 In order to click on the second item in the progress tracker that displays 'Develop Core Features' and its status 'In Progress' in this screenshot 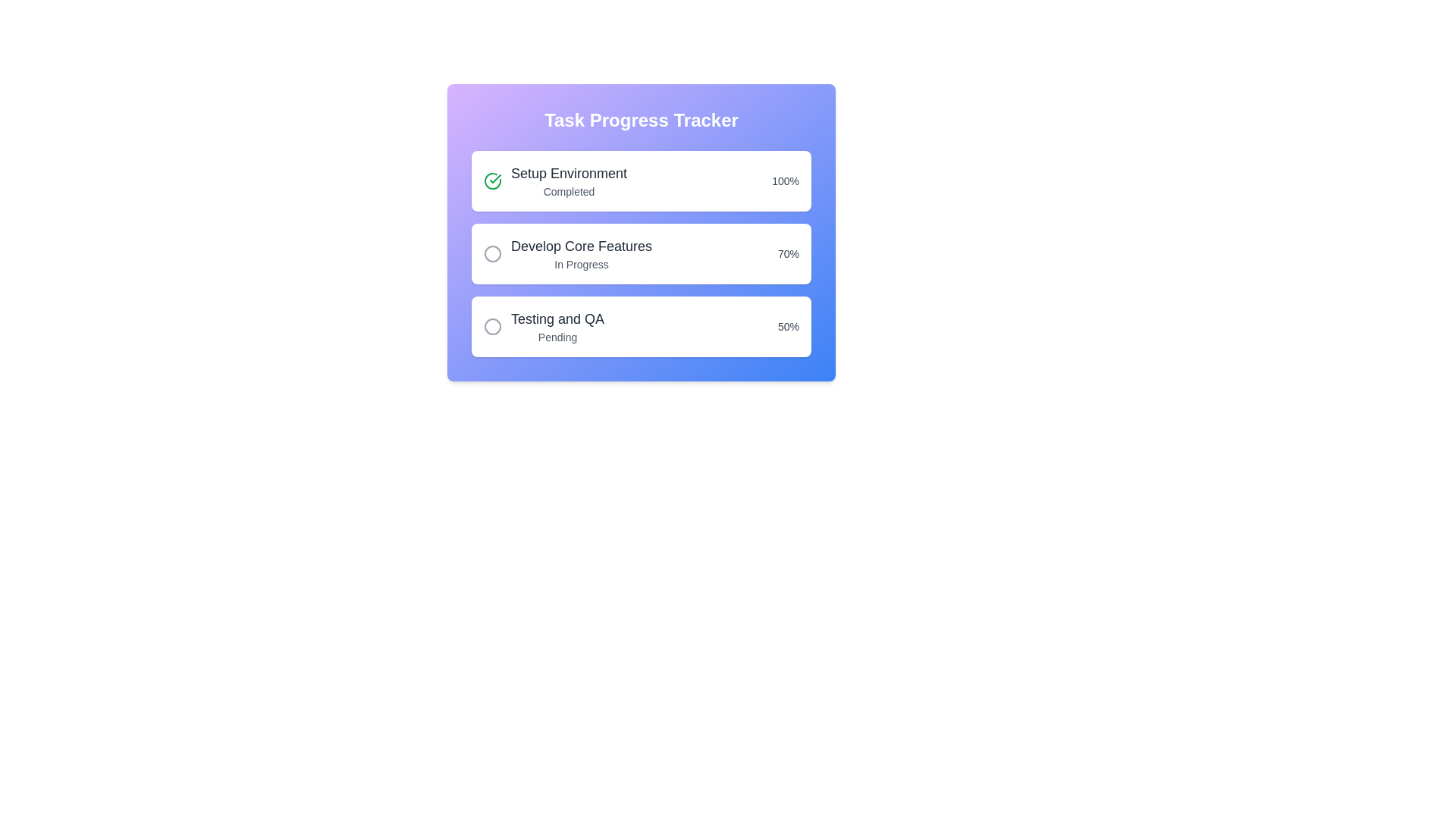, I will do `click(566, 253)`.